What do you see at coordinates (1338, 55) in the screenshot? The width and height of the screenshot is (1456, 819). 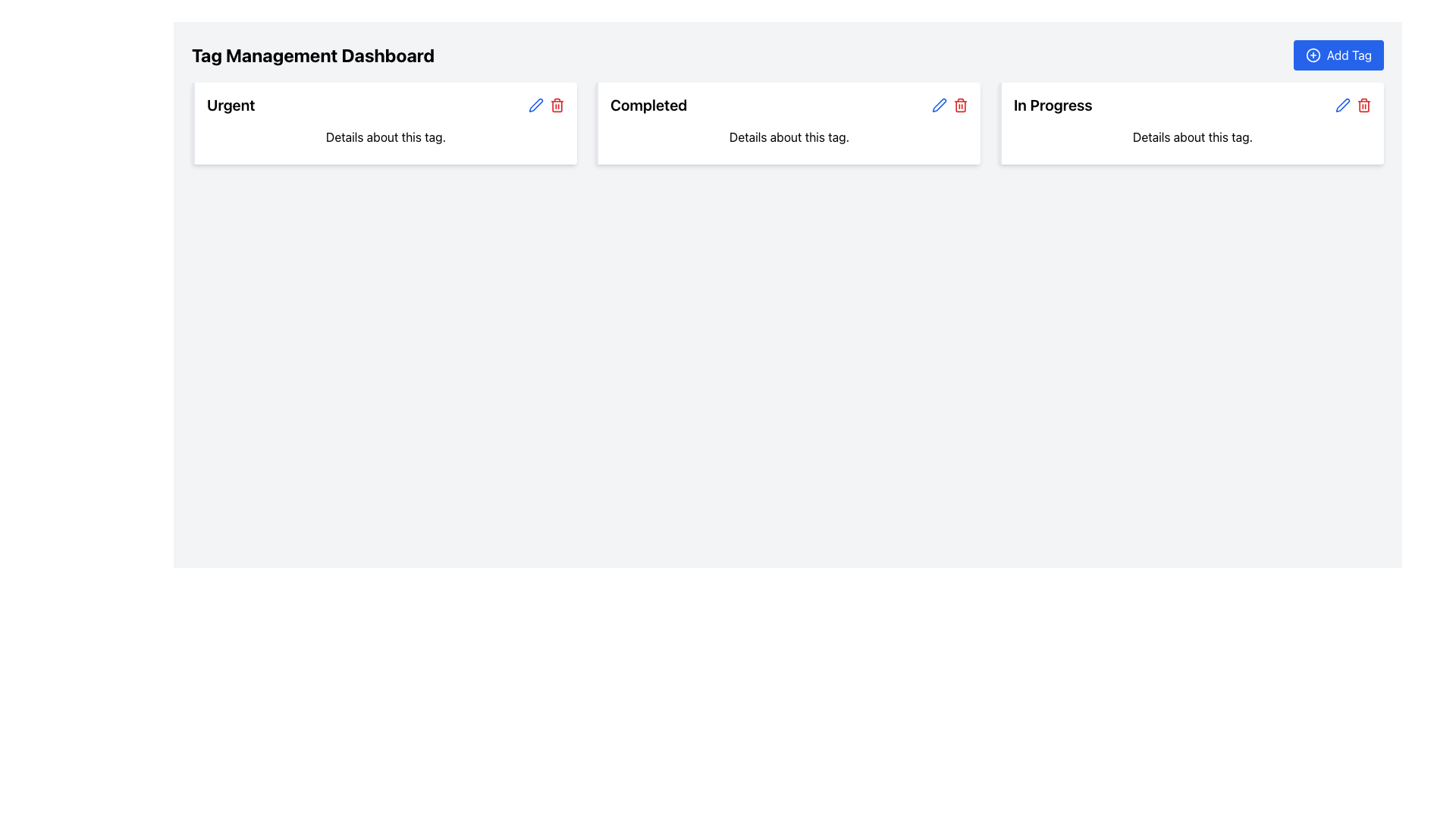 I see `the 'Add Tag' button located at the top-right corner of the interface to initiate the tag addition process` at bounding box center [1338, 55].